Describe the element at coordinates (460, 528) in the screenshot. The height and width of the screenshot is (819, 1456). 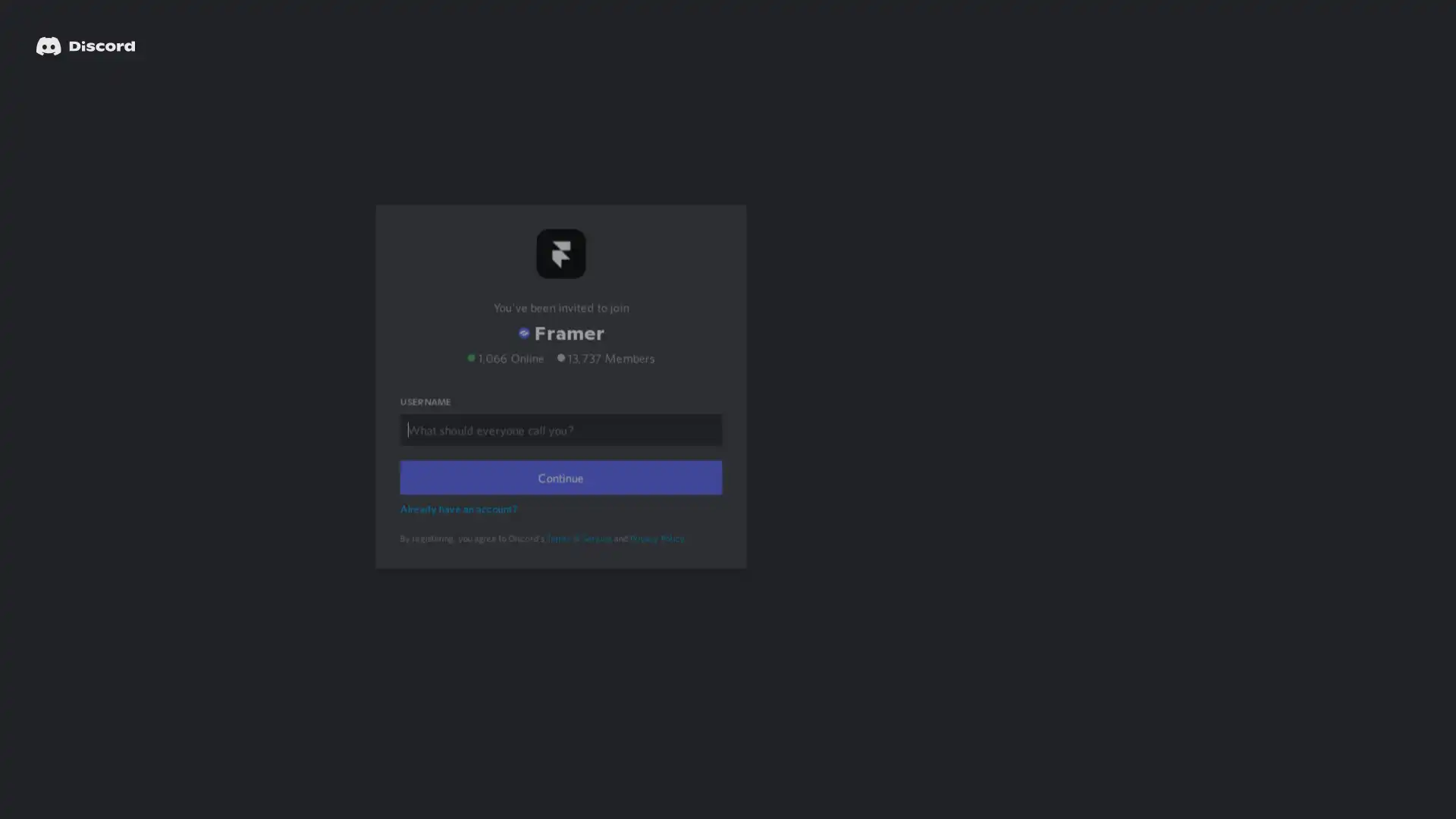
I see `Already have an account?` at that location.